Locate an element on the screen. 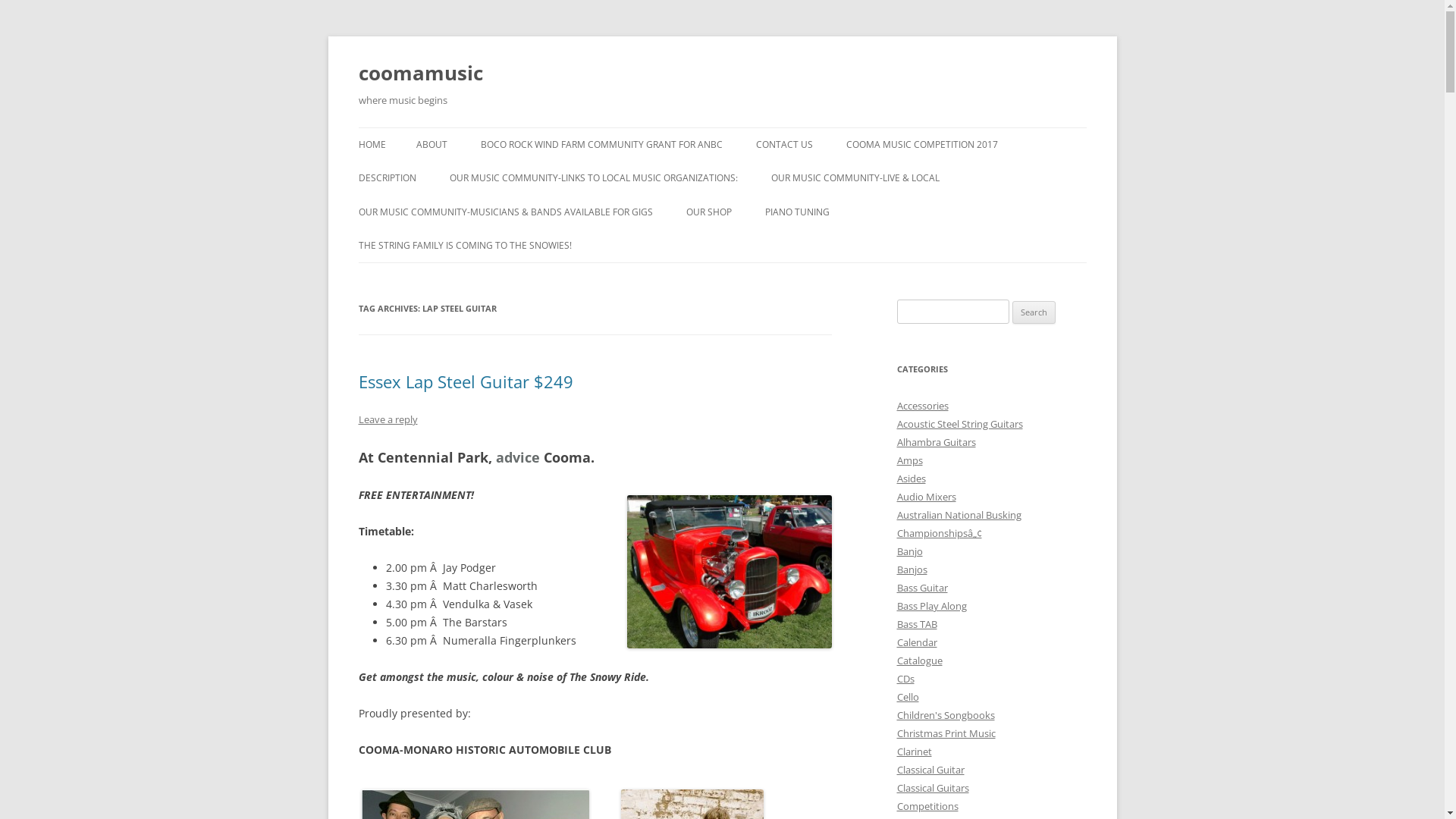  'OUR MUSIC COMMUNITY-MUSICIANS & BANDS AVAILABLE FOR GIGS' is located at coordinates (356, 212).